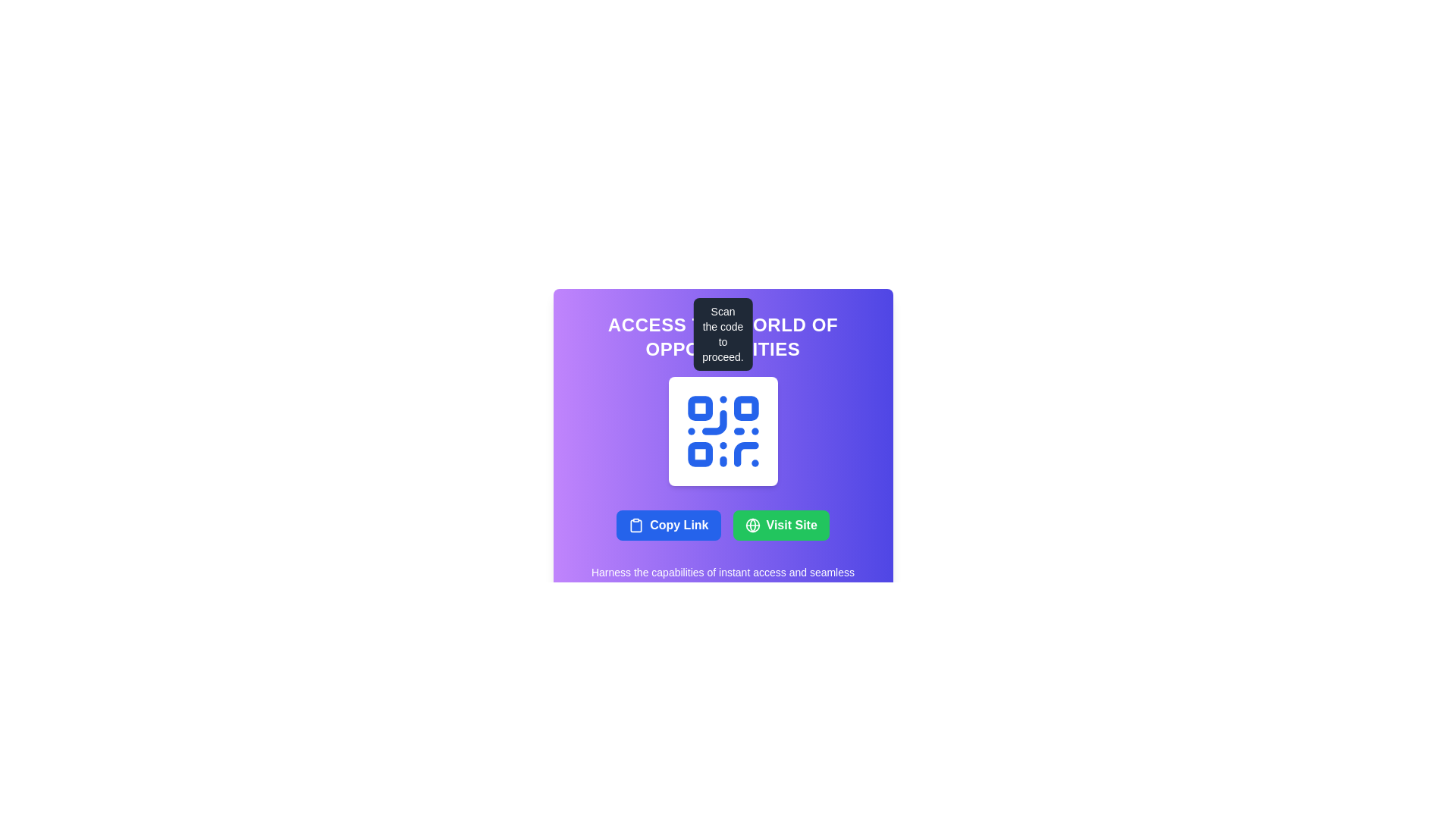 The image size is (1456, 819). I want to click on the rounded rectangle icon located at the center of the clipboard icon, which is positioned in the middle-right of the interface, so click(636, 525).